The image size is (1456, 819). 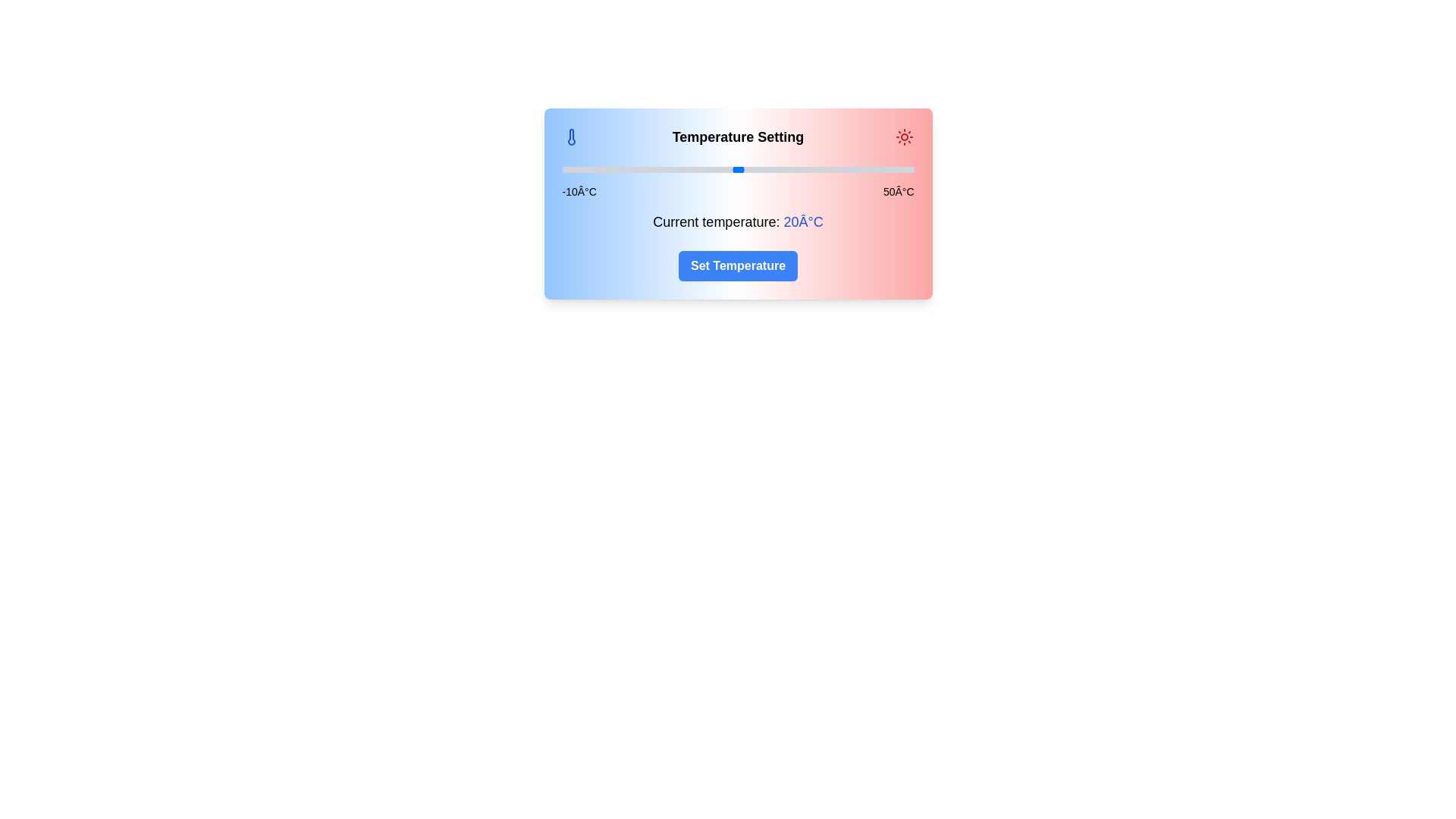 What do you see at coordinates (867, 169) in the screenshot?
I see `the slider to set the temperature to 42°C` at bounding box center [867, 169].